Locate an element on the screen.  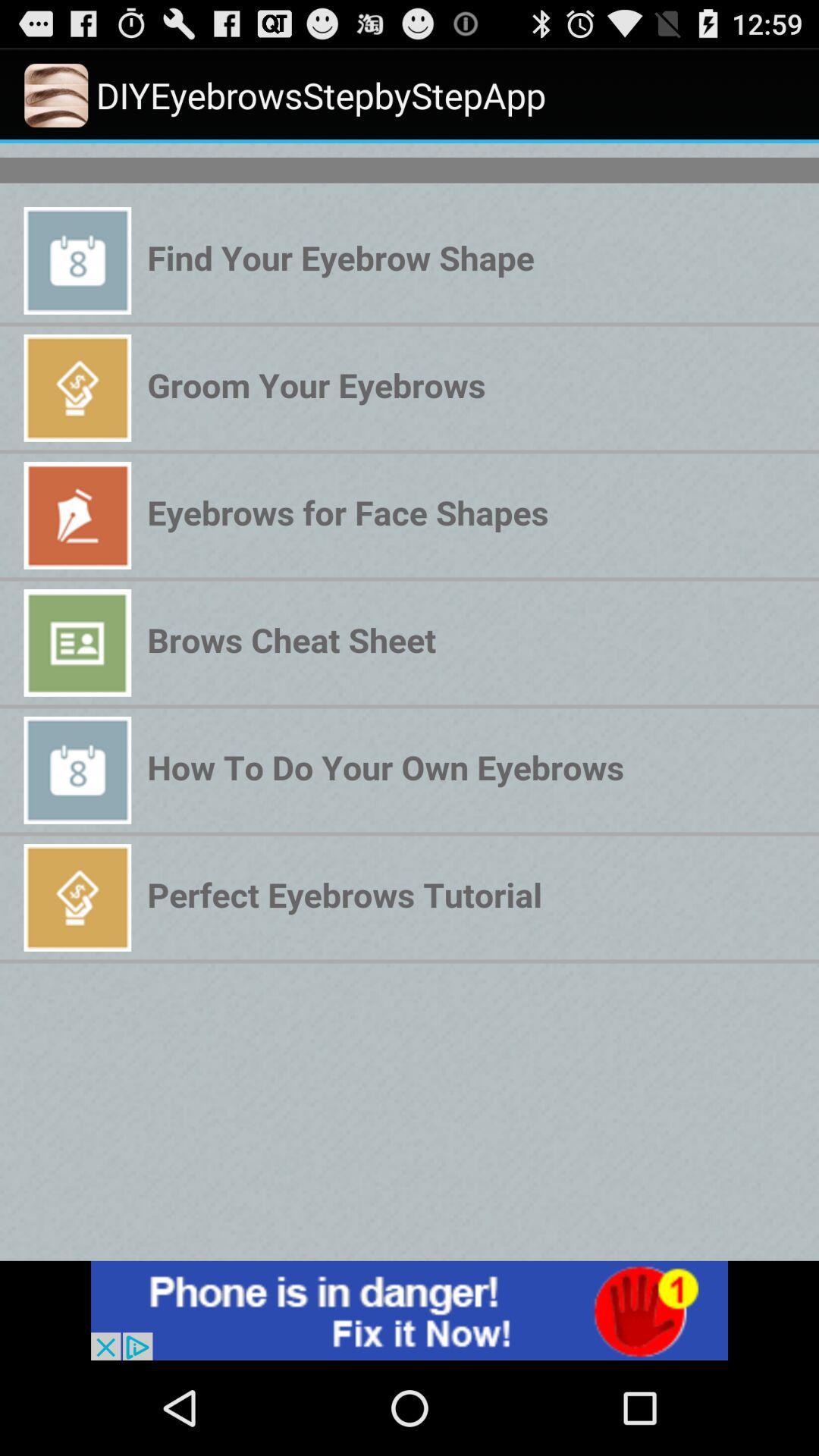
open advertisement is located at coordinates (409, 1310).